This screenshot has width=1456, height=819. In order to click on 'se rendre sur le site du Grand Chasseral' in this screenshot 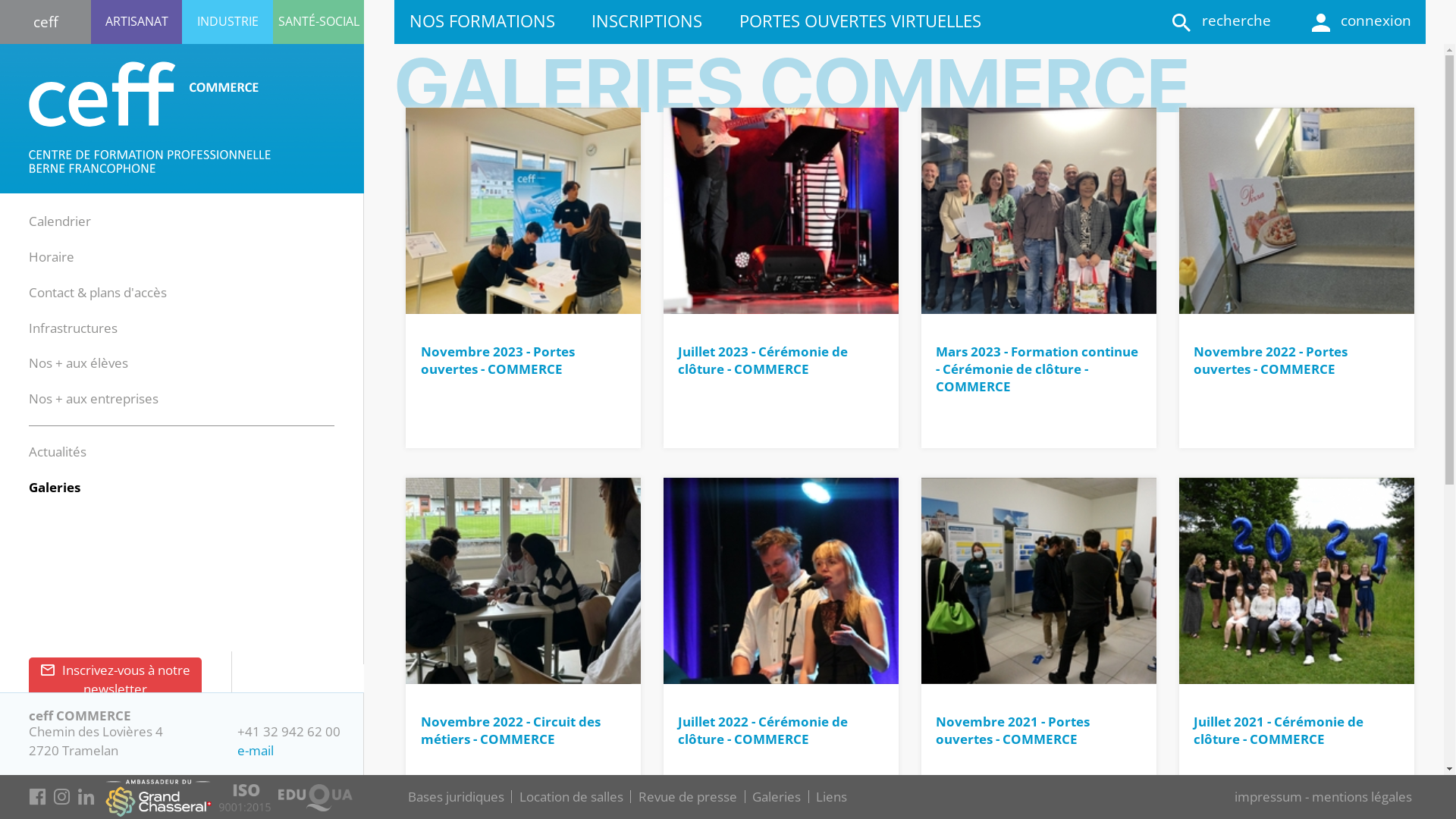, I will do `click(158, 793)`.